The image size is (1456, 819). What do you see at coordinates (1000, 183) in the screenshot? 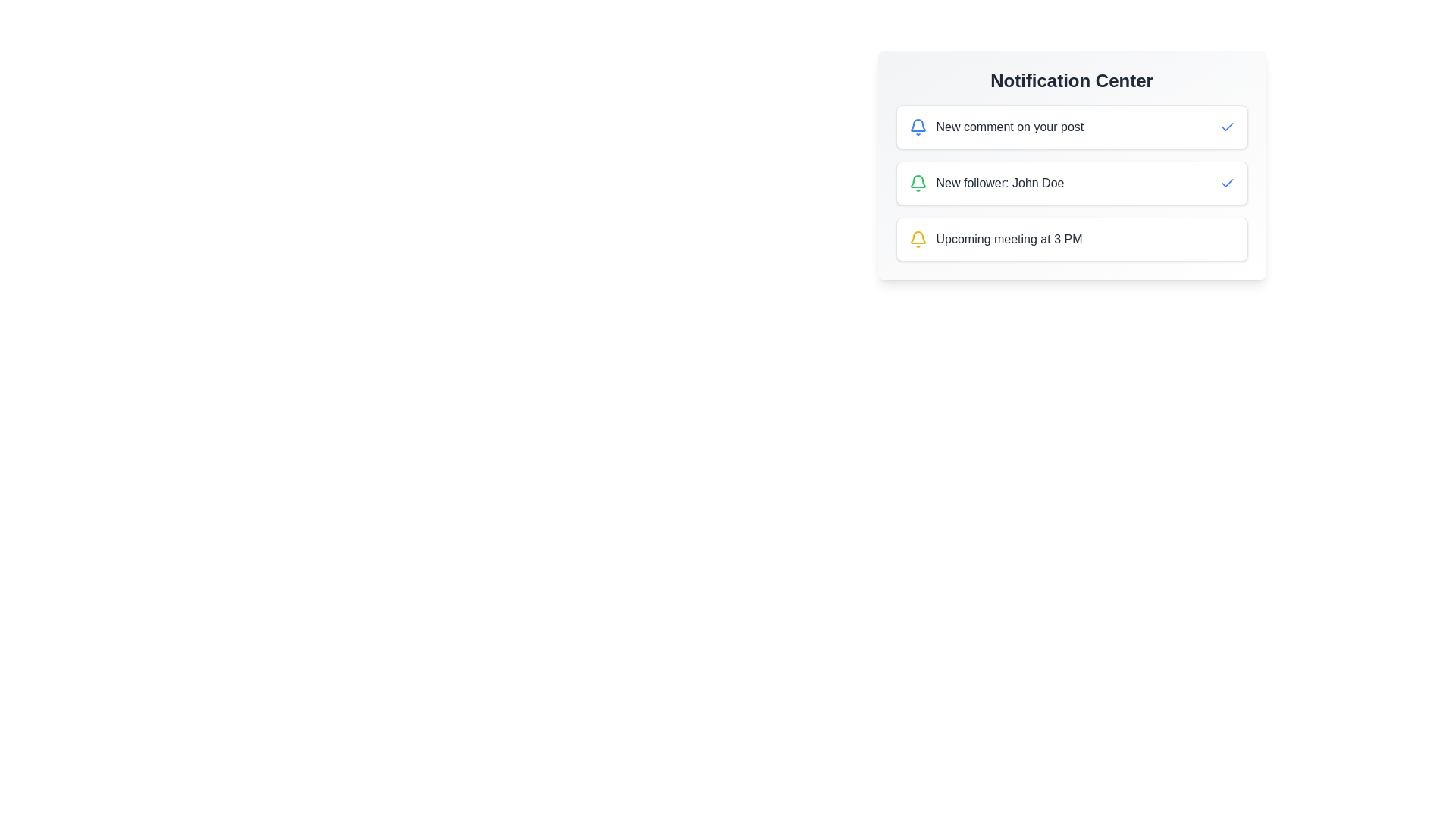
I see `the notification message informing the user about the new follower named 'John Doe' in the Notification Center` at bounding box center [1000, 183].